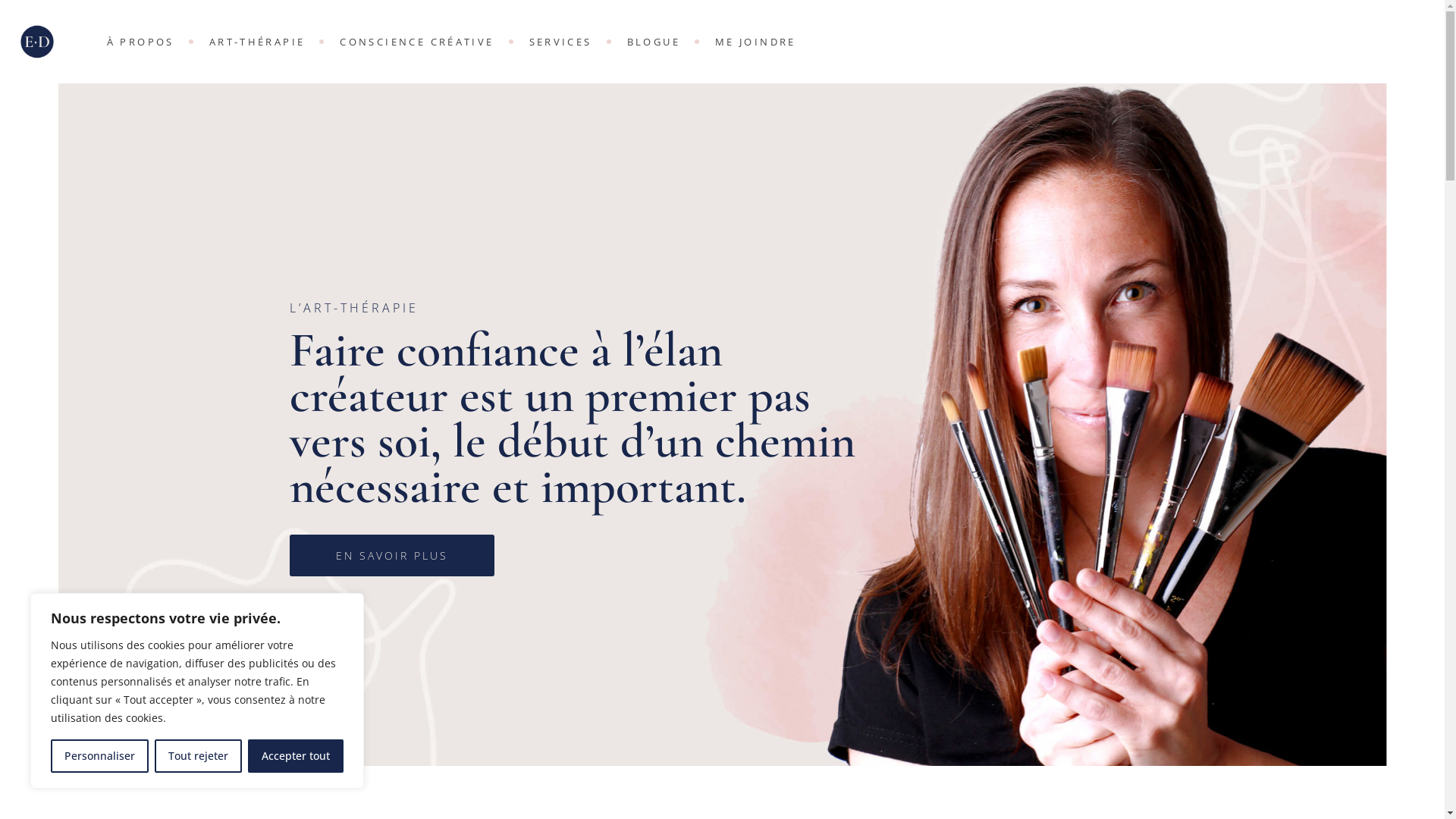  I want to click on 'BLOGUE', so click(654, 40).